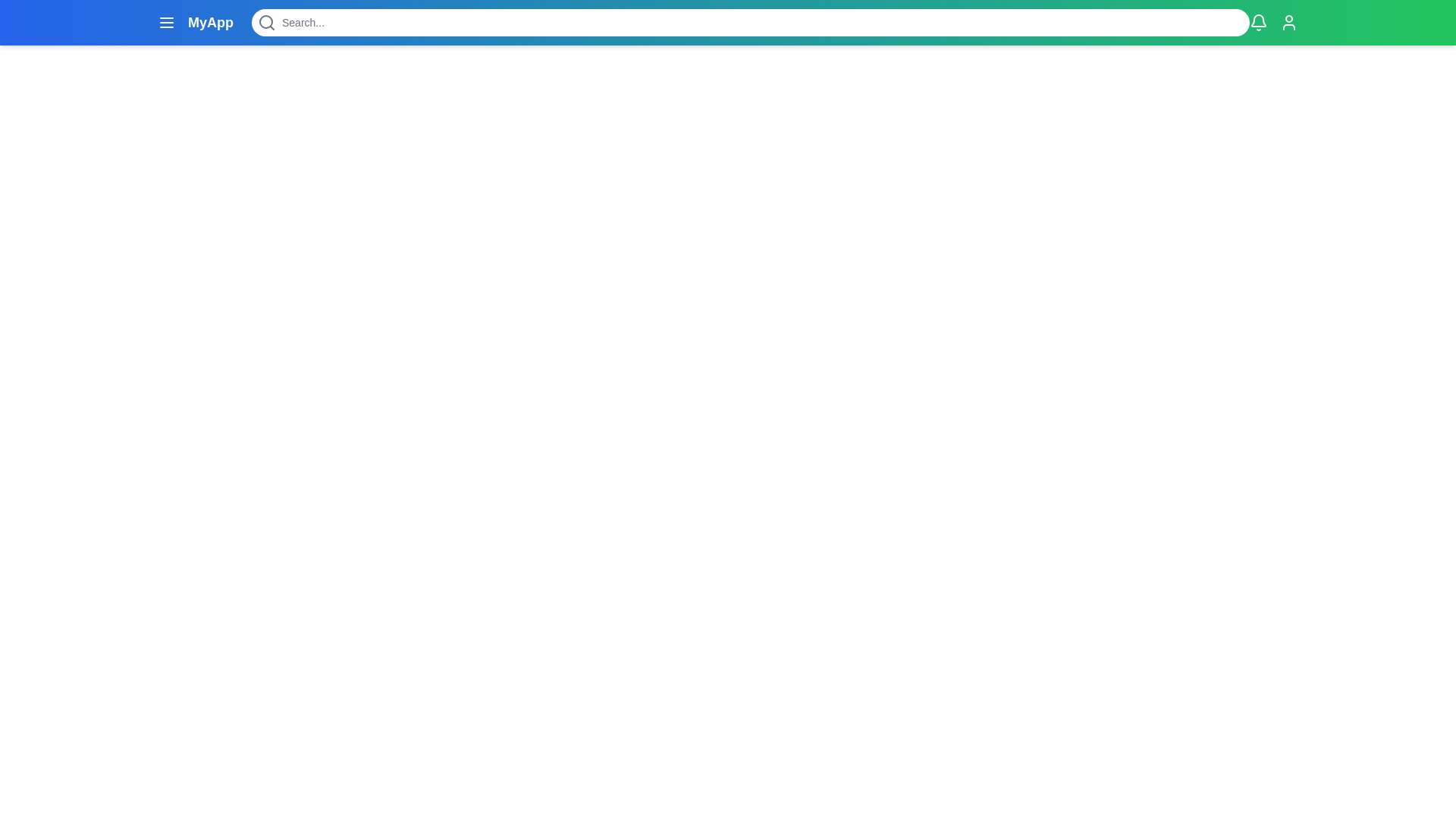  I want to click on the circular vector element that forms part of the search icon located in the top navigation bar, which visually represents the search functionality, so click(265, 22).